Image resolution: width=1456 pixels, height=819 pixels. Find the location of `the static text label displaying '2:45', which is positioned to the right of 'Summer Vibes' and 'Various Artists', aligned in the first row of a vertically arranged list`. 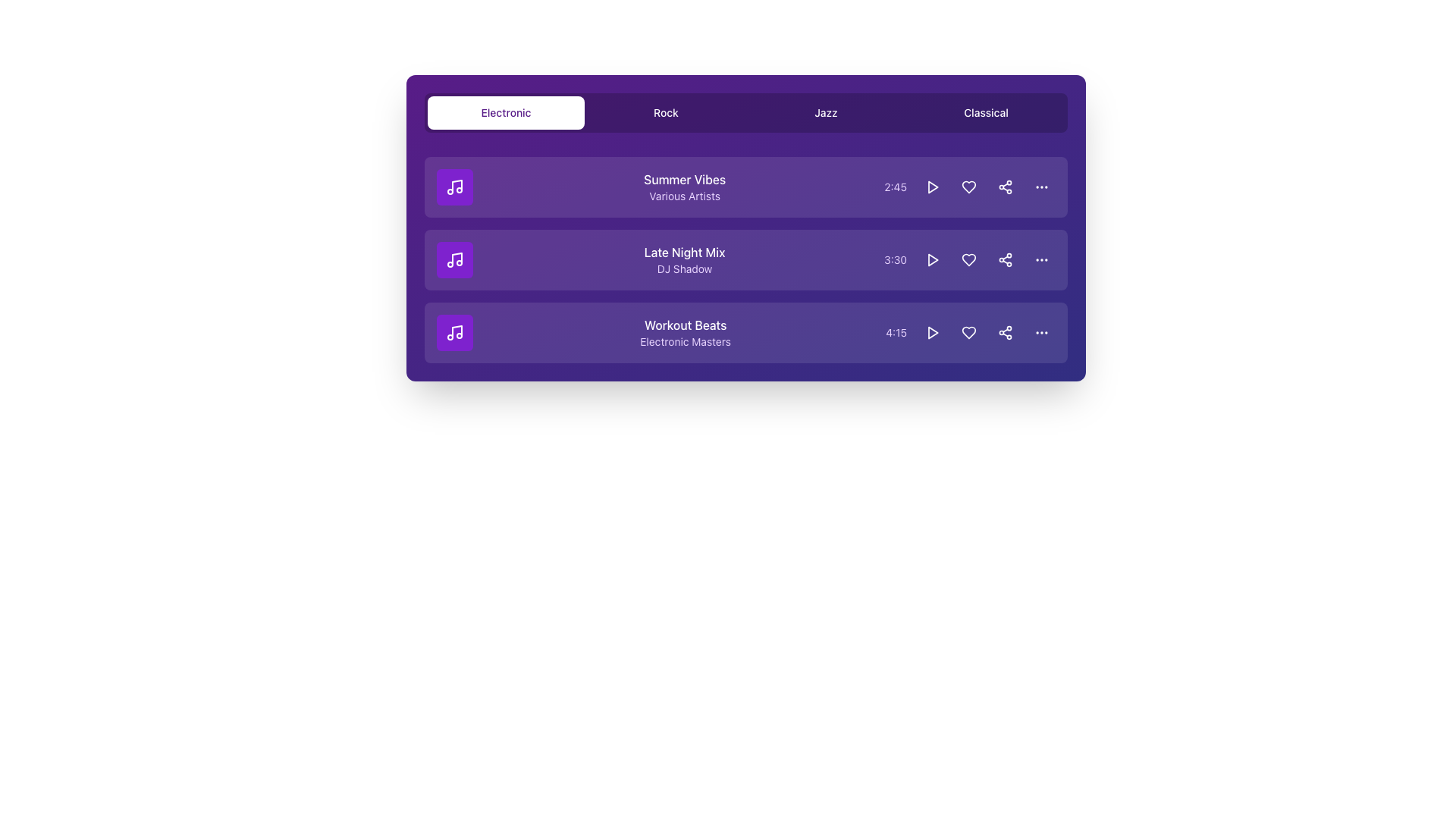

the static text label displaying '2:45', which is positioned to the right of 'Summer Vibes' and 'Various Artists', aligned in the first row of a vertically arranged list is located at coordinates (896, 186).